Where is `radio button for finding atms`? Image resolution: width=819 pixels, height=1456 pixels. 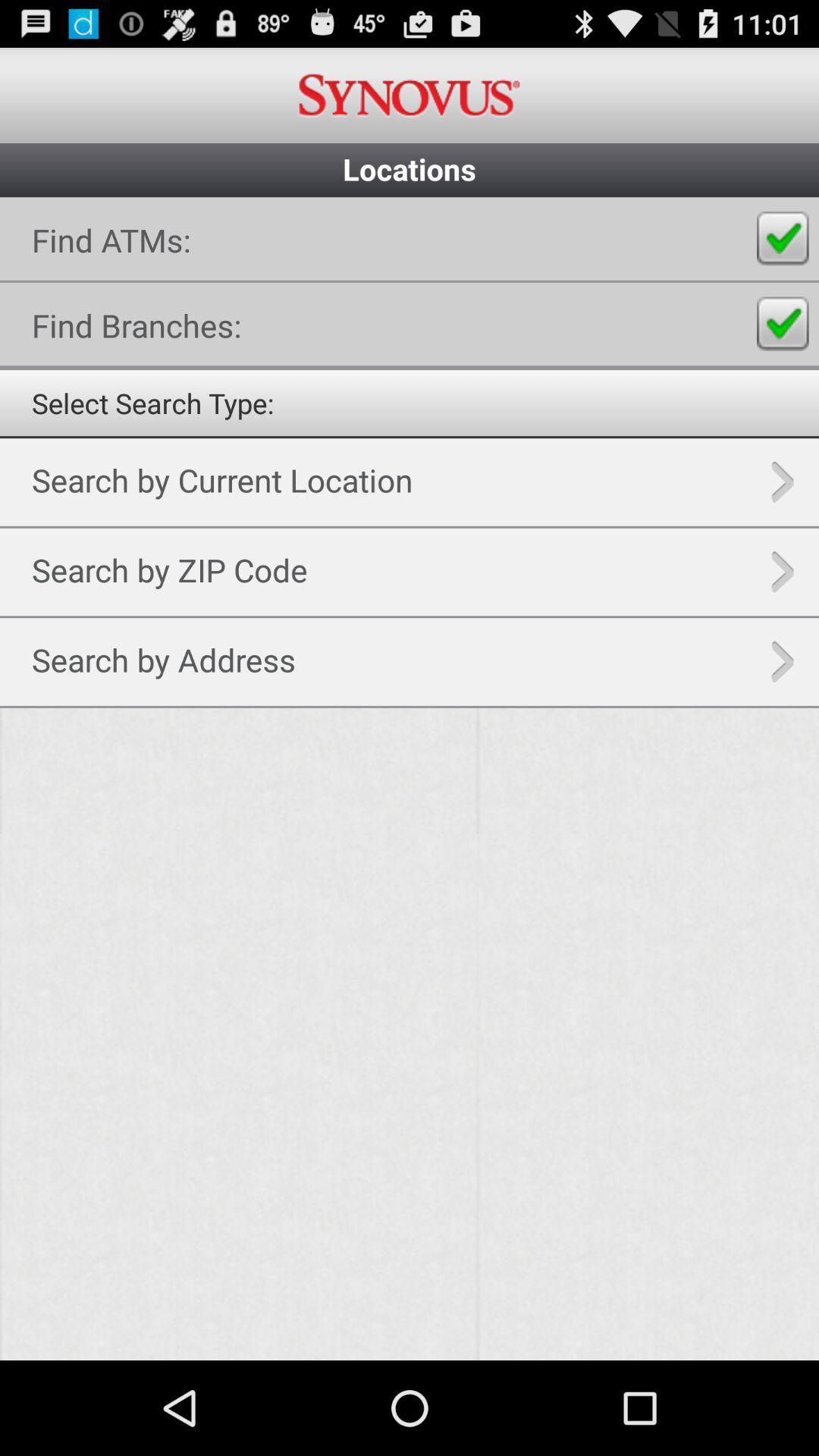 radio button for finding atms is located at coordinates (783, 238).